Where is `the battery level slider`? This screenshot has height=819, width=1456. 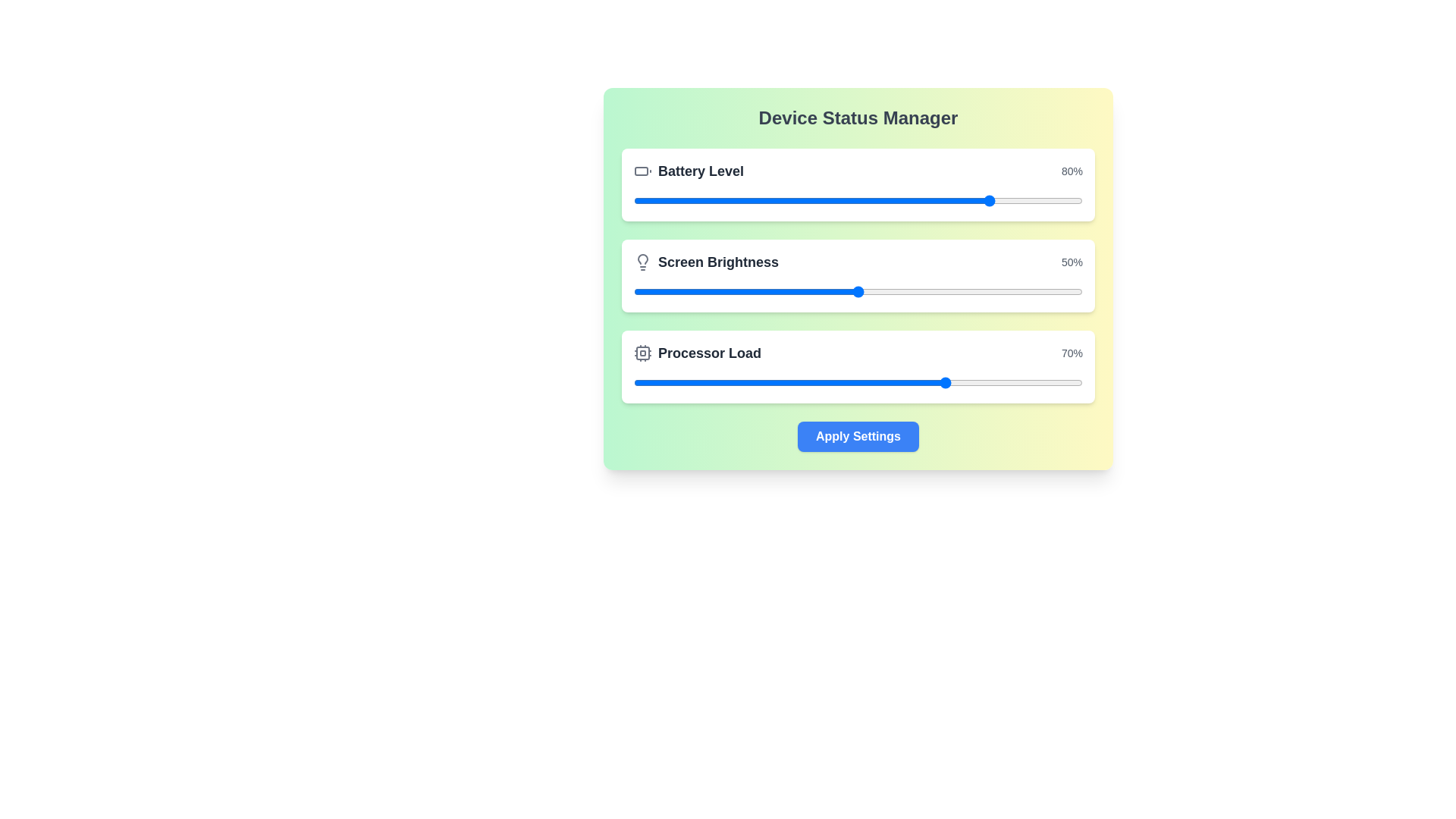
the battery level slider is located at coordinates (929, 200).